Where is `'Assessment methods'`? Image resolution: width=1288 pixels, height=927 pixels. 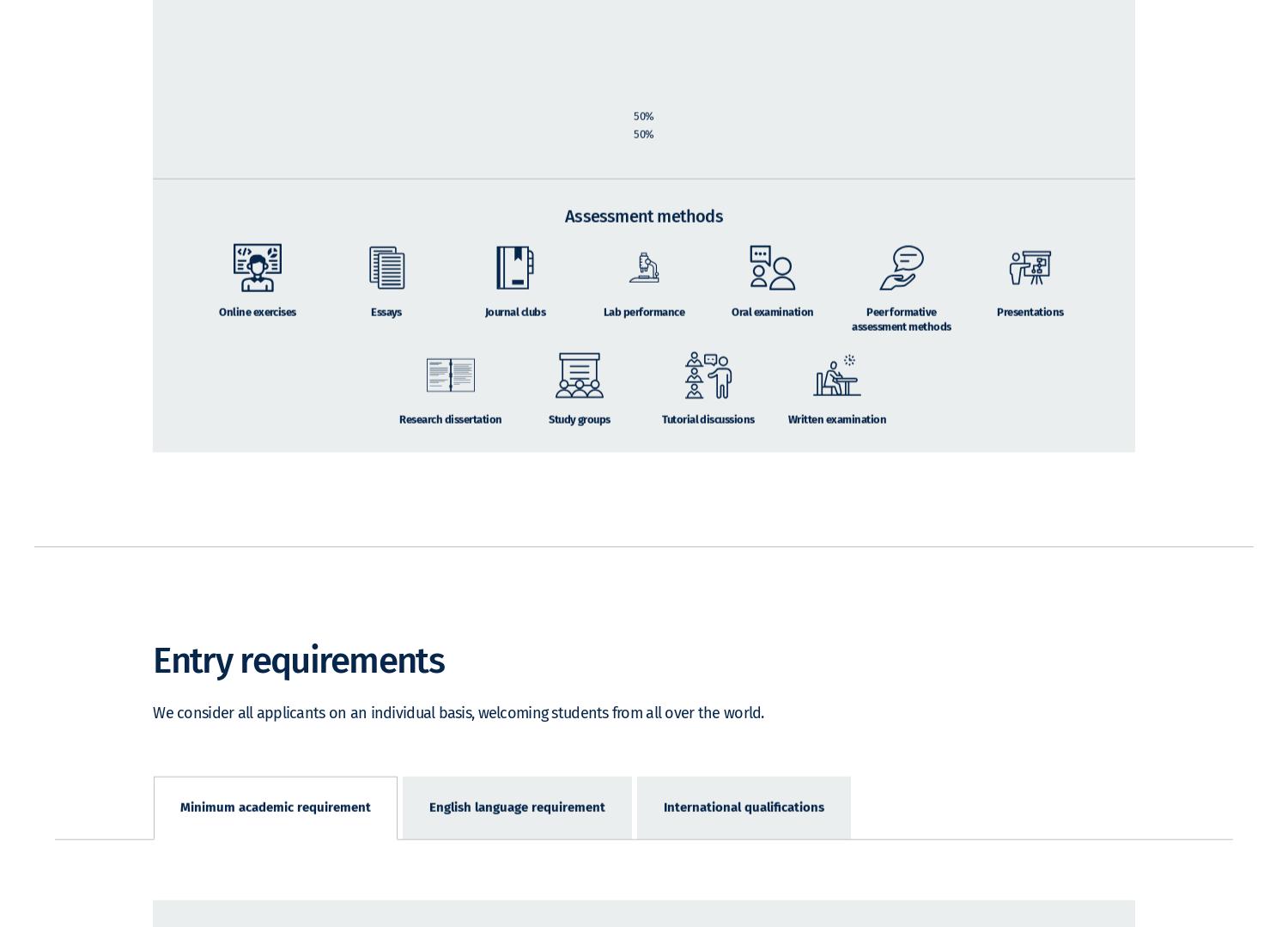 'Assessment methods' is located at coordinates (642, 241).